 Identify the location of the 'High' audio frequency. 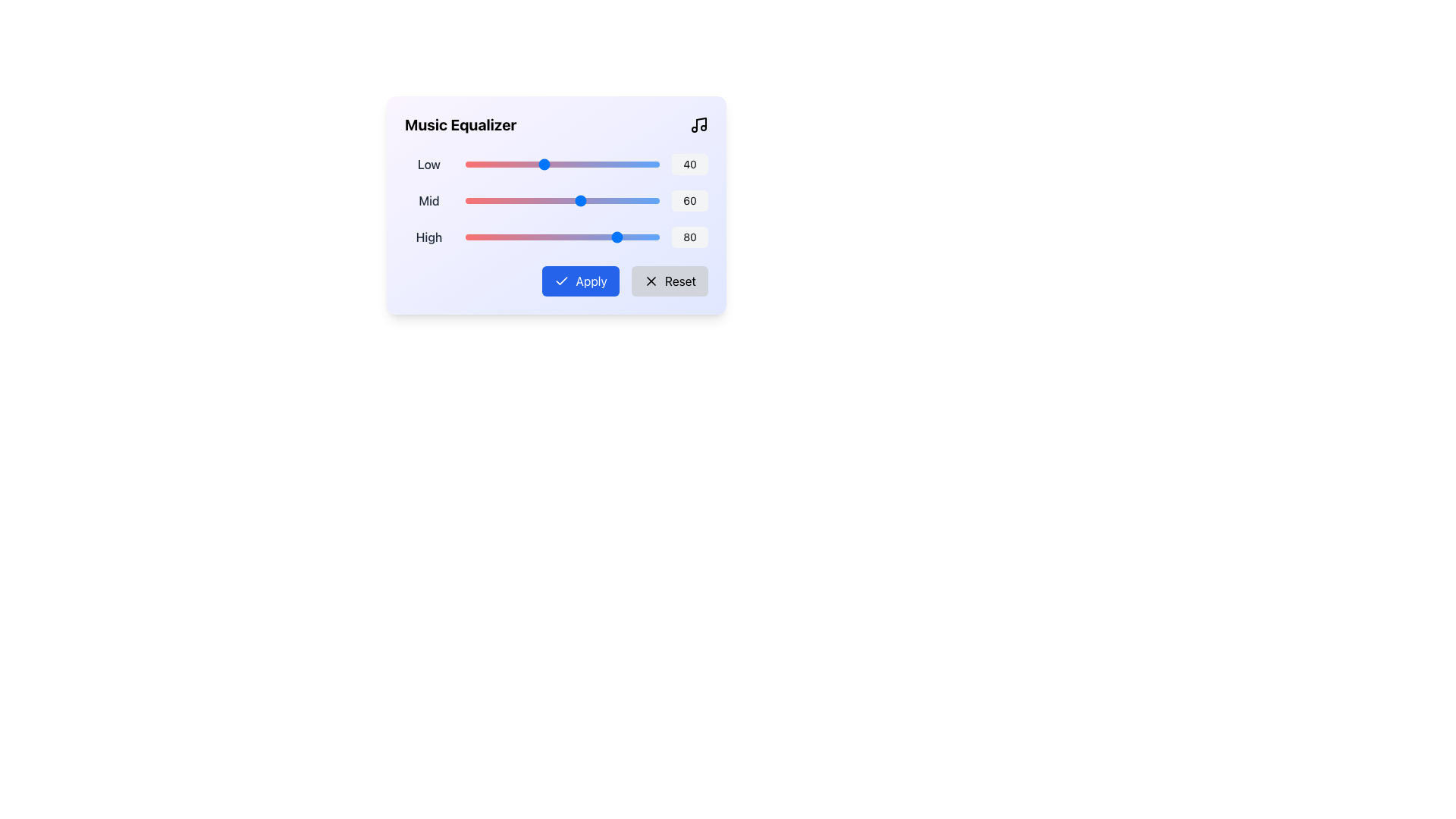
(655, 237).